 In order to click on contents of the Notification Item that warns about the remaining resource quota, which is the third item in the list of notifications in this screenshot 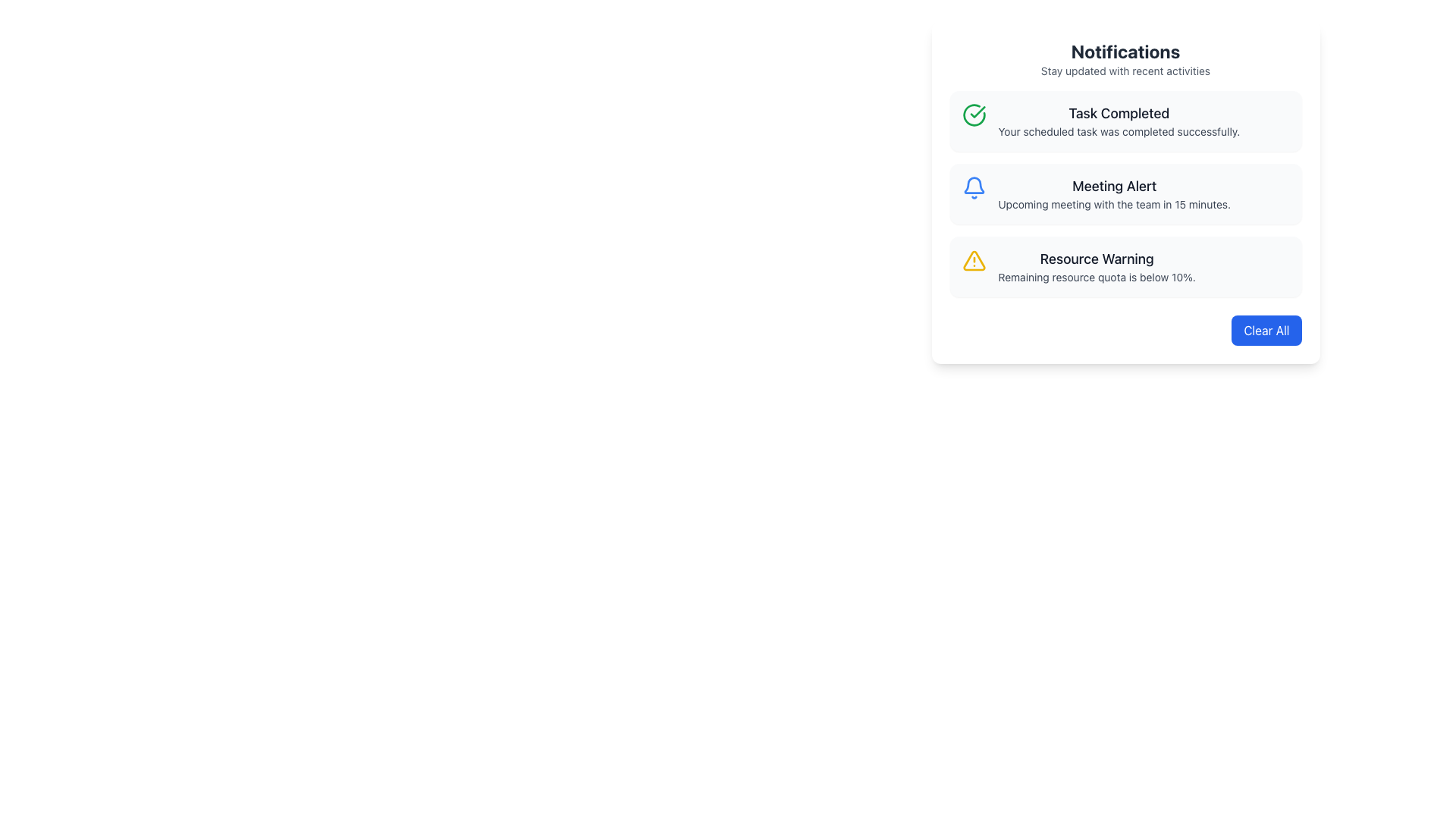, I will do `click(1097, 265)`.